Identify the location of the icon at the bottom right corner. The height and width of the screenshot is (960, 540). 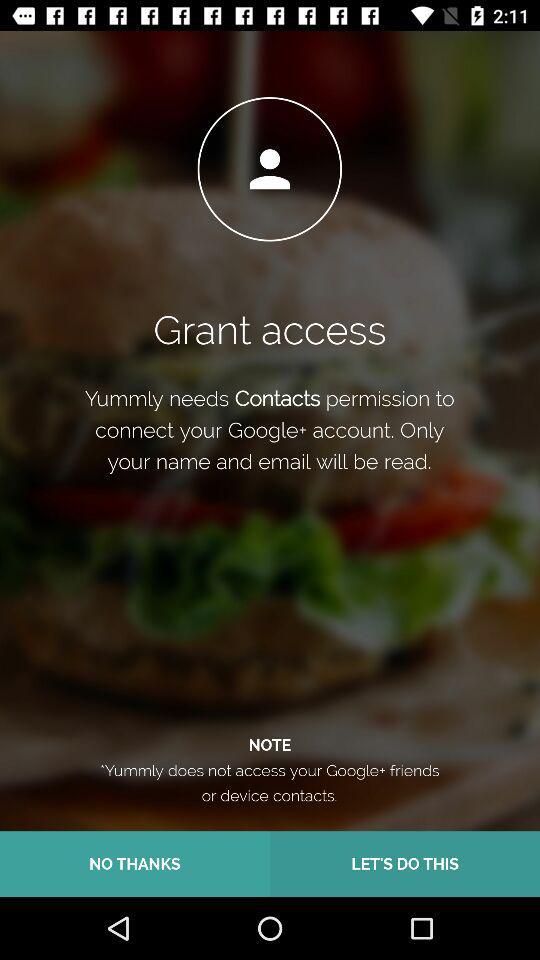
(405, 863).